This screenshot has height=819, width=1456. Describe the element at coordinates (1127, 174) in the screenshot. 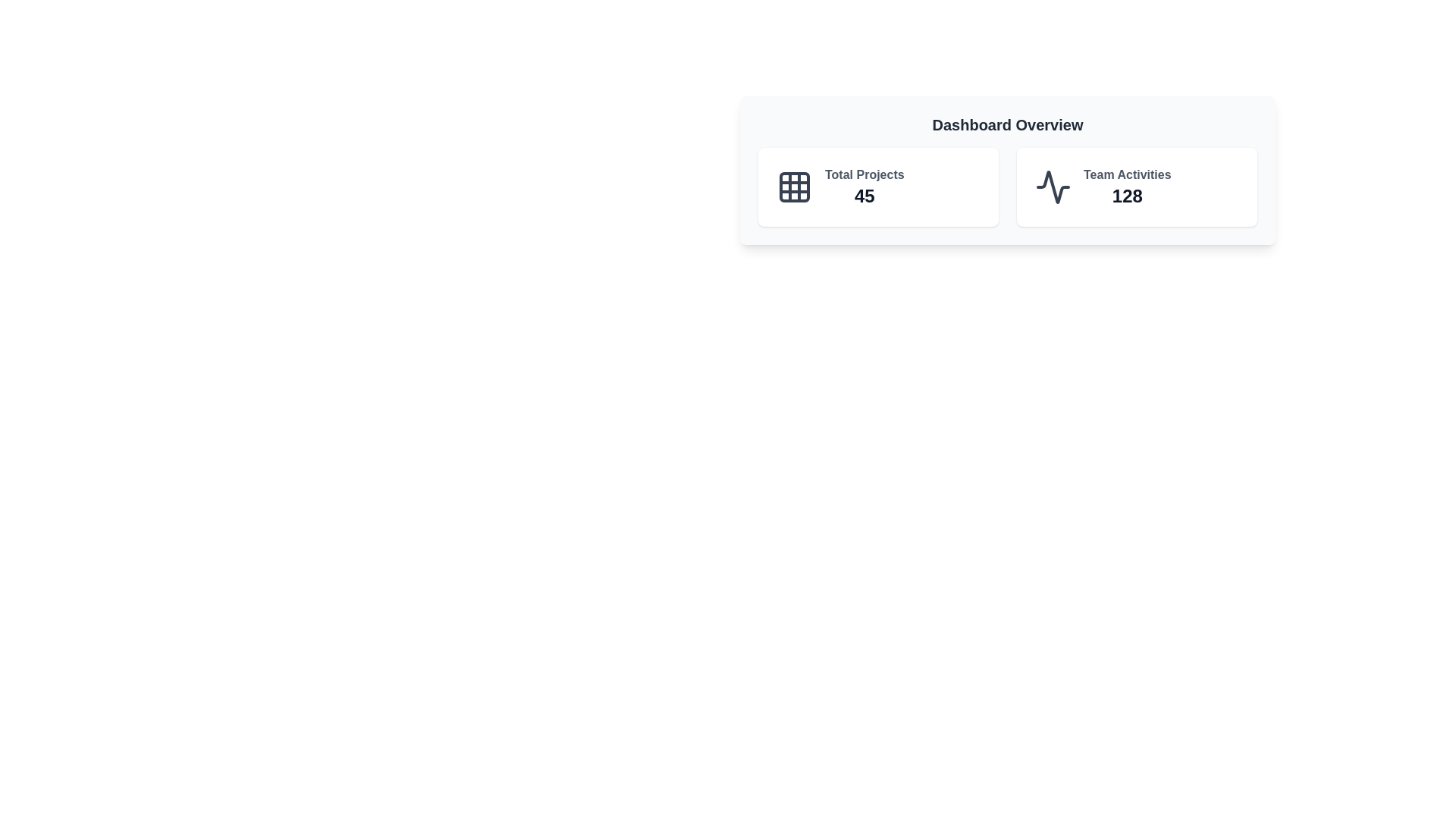

I see `the text label displaying 'Team Activities', which is styled with medium font size, gray color, and bold weight, located above the numeric value '128' in the 'Dashboard Overview' section` at that location.